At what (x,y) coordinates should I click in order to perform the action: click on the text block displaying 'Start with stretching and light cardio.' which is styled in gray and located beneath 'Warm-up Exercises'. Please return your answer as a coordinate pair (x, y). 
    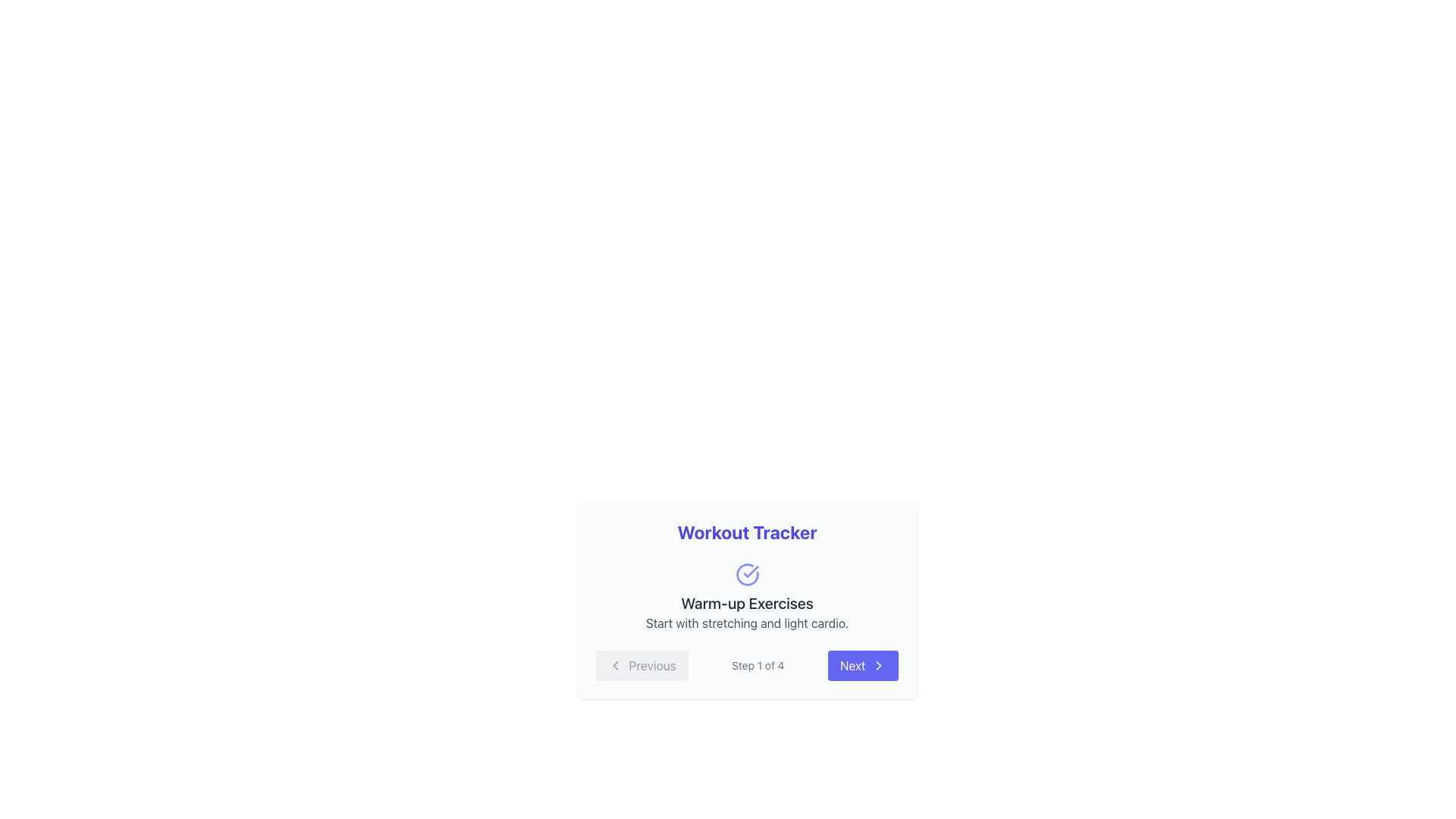
    Looking at the image, I should click on (747, 623).